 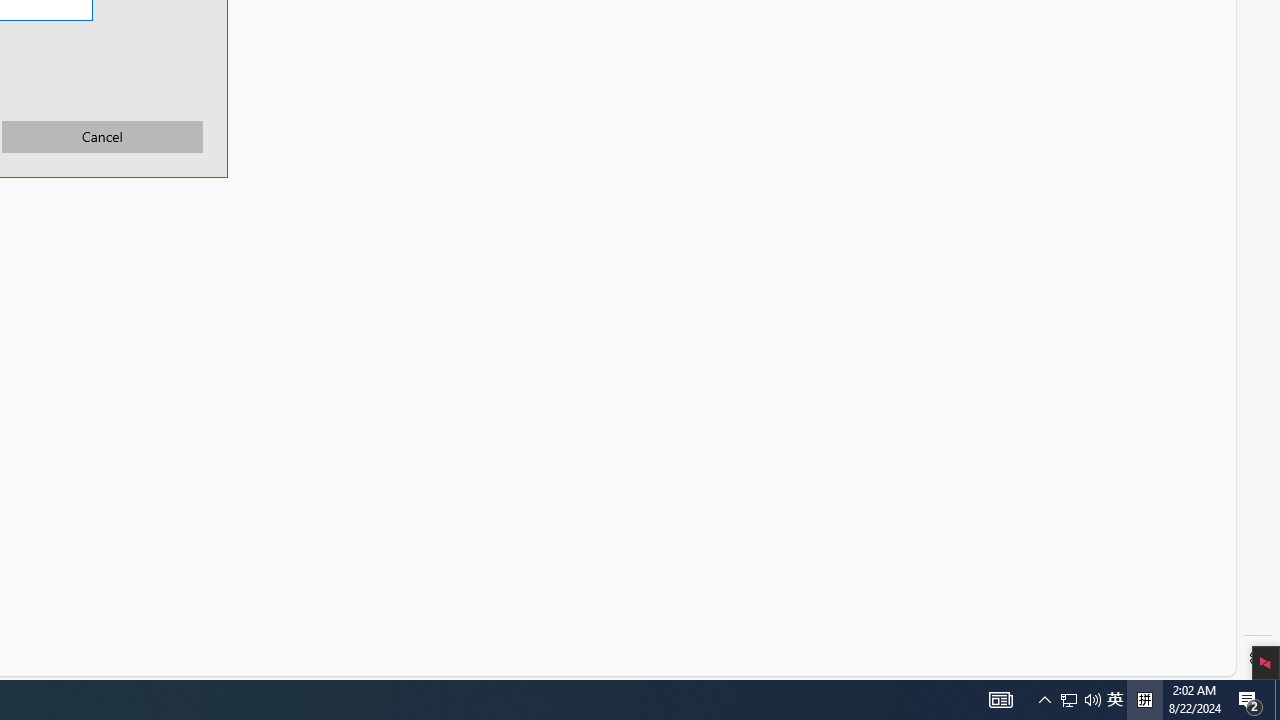 I want to click on 'Tray Input Indicator - Chinese (Simplified, China)', so click(x=1079, y=698).